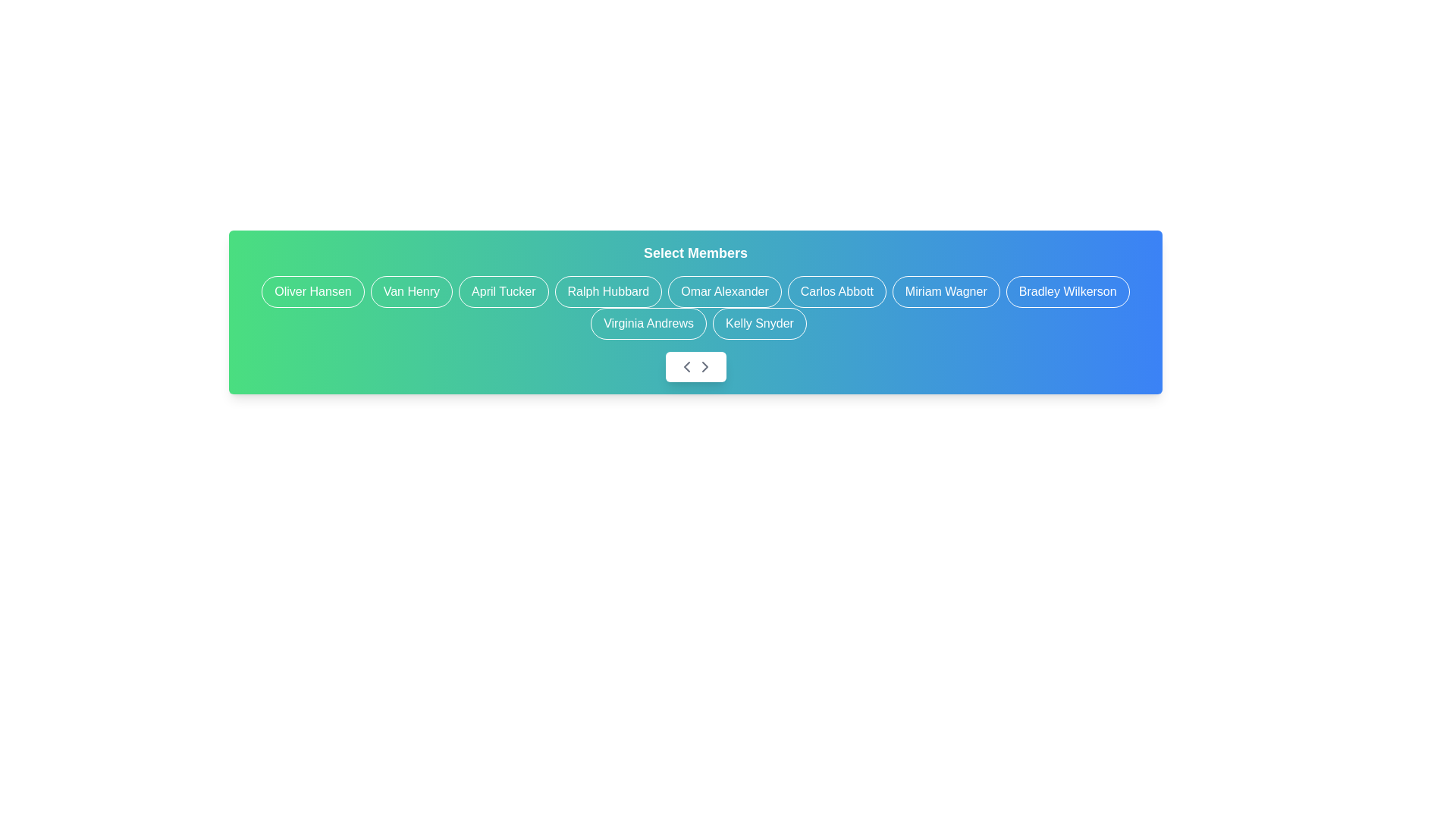  Describe the element at coordinates (648, 323) in the screenshot. I see `the rounded button labeled 'Virginia Andrews'` at that location.